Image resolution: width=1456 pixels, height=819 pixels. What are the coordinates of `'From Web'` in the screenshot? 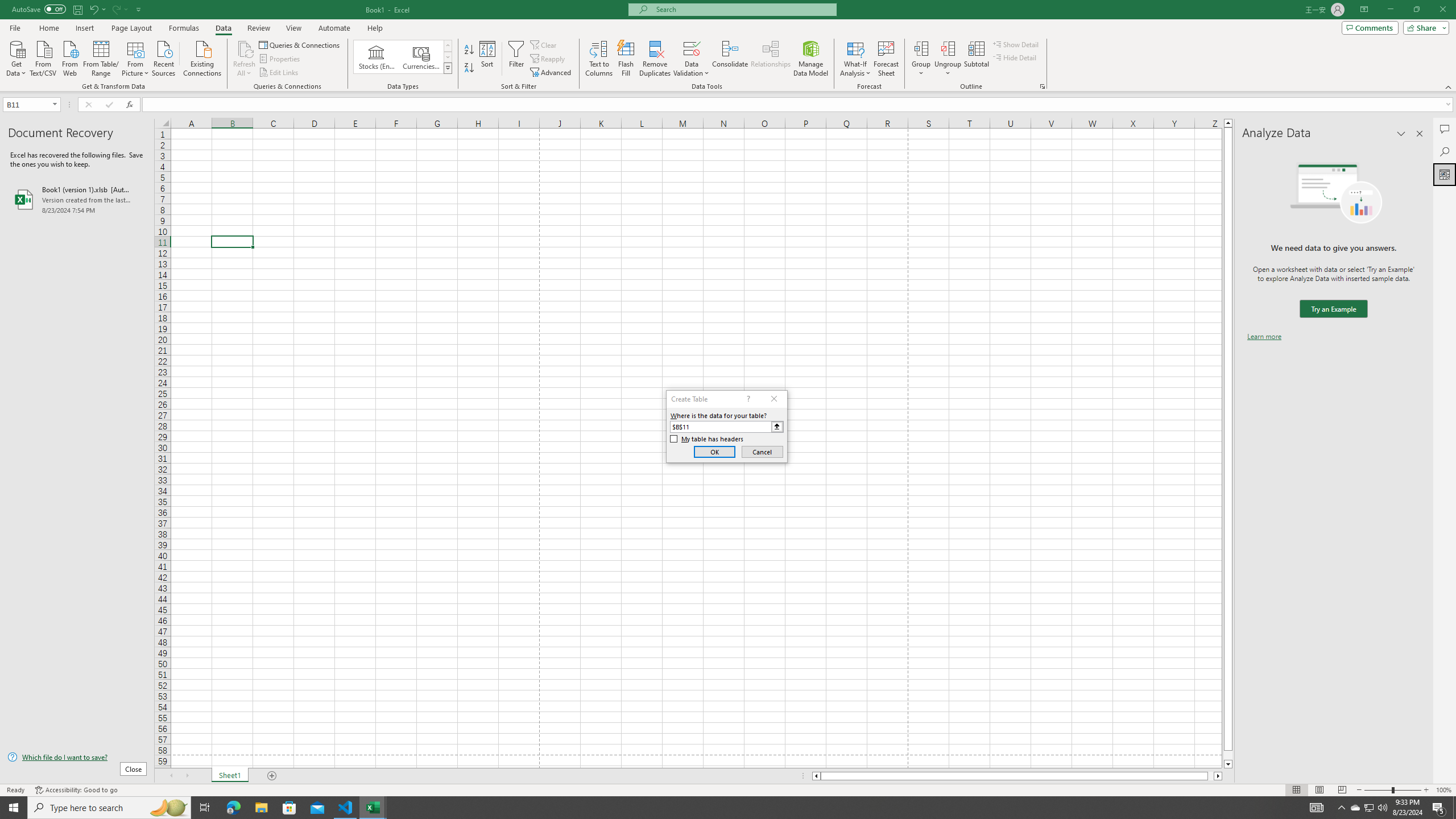 It's located at (69, 57).